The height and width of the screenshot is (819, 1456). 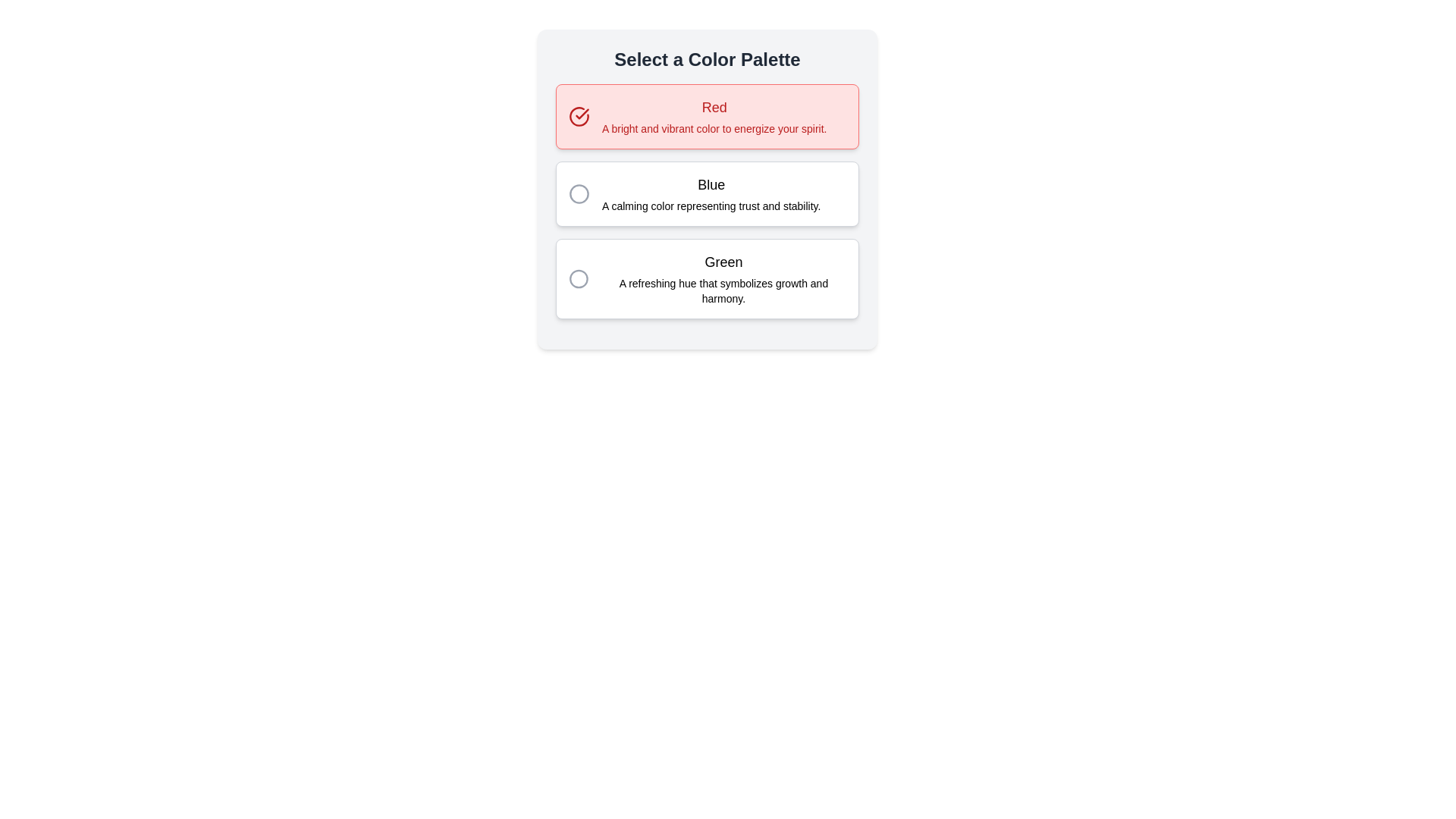 What do you see at coordinates (706, 193) in the screenshot?
I see `the 'Blue' color palette selectable card option, which is the second` at bounding box center [706, 193].